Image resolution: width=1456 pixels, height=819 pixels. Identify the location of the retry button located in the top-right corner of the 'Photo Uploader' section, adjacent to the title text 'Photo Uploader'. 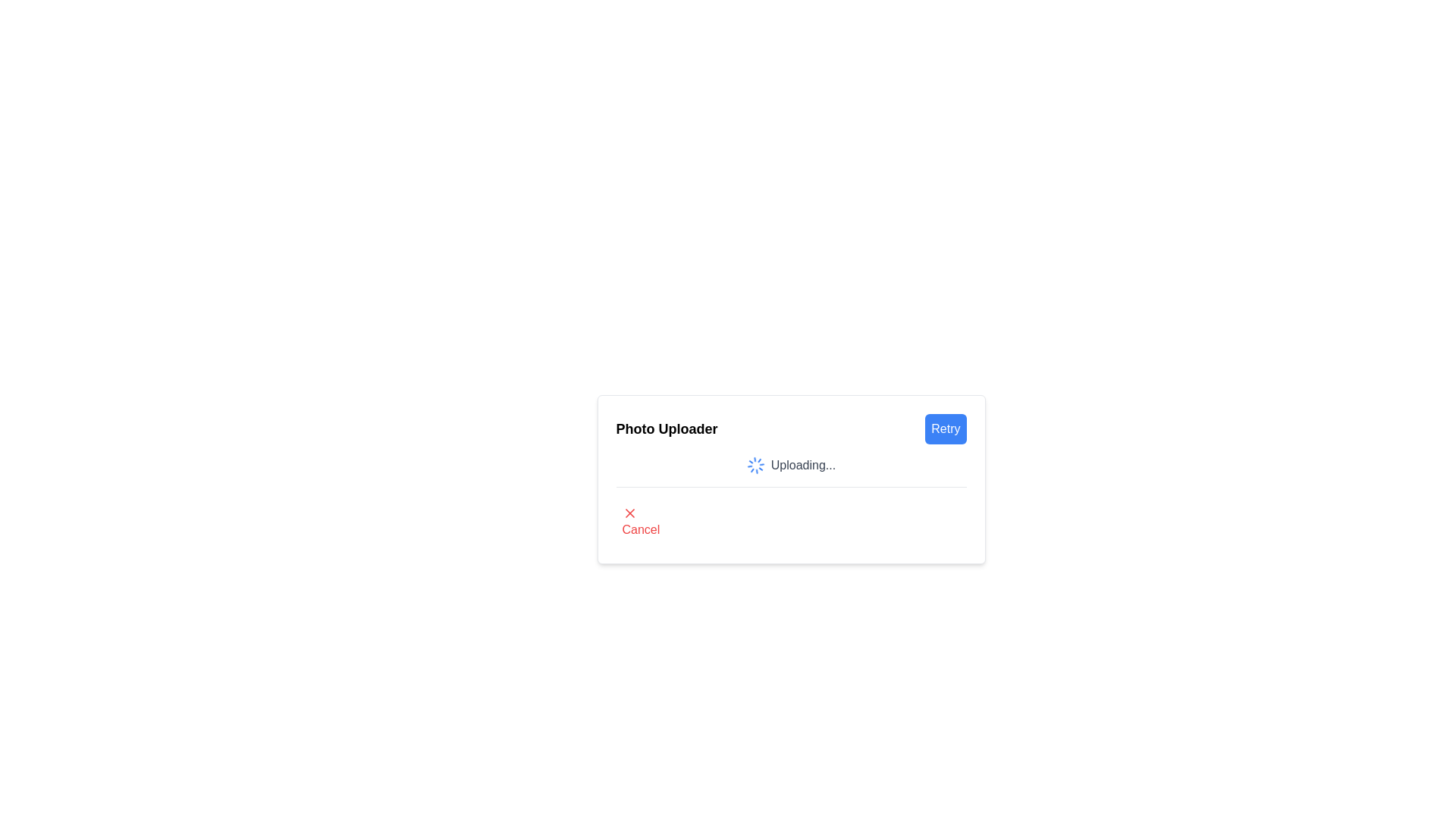
(945, 429).